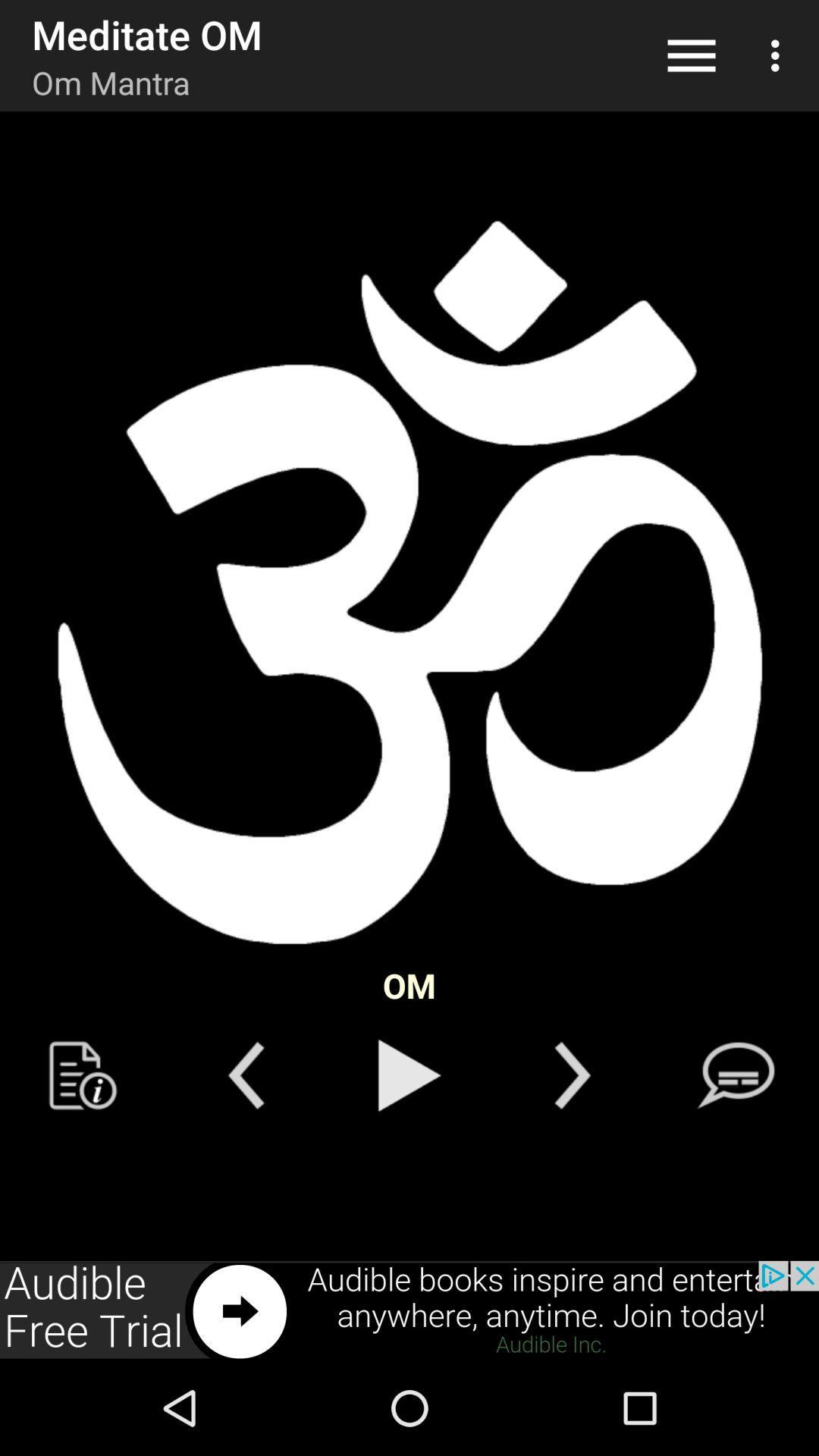 This screenshot has width=819, height=1456. Describe the element at coordinates (573, 1075) in the screenshot. I see `skip` at that location.